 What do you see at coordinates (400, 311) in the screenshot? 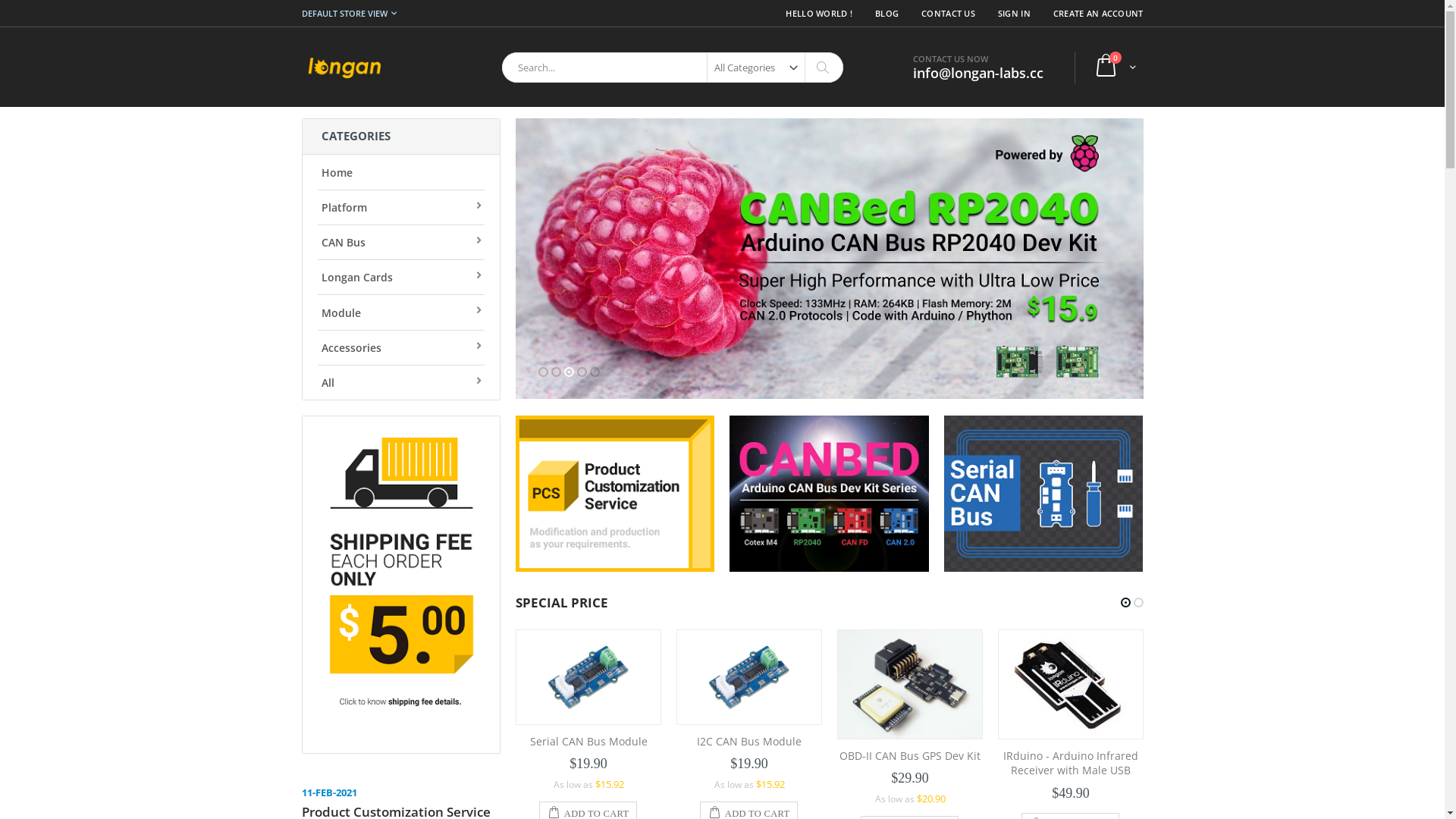
I see `'Module'` at bounding box center [400, 311].